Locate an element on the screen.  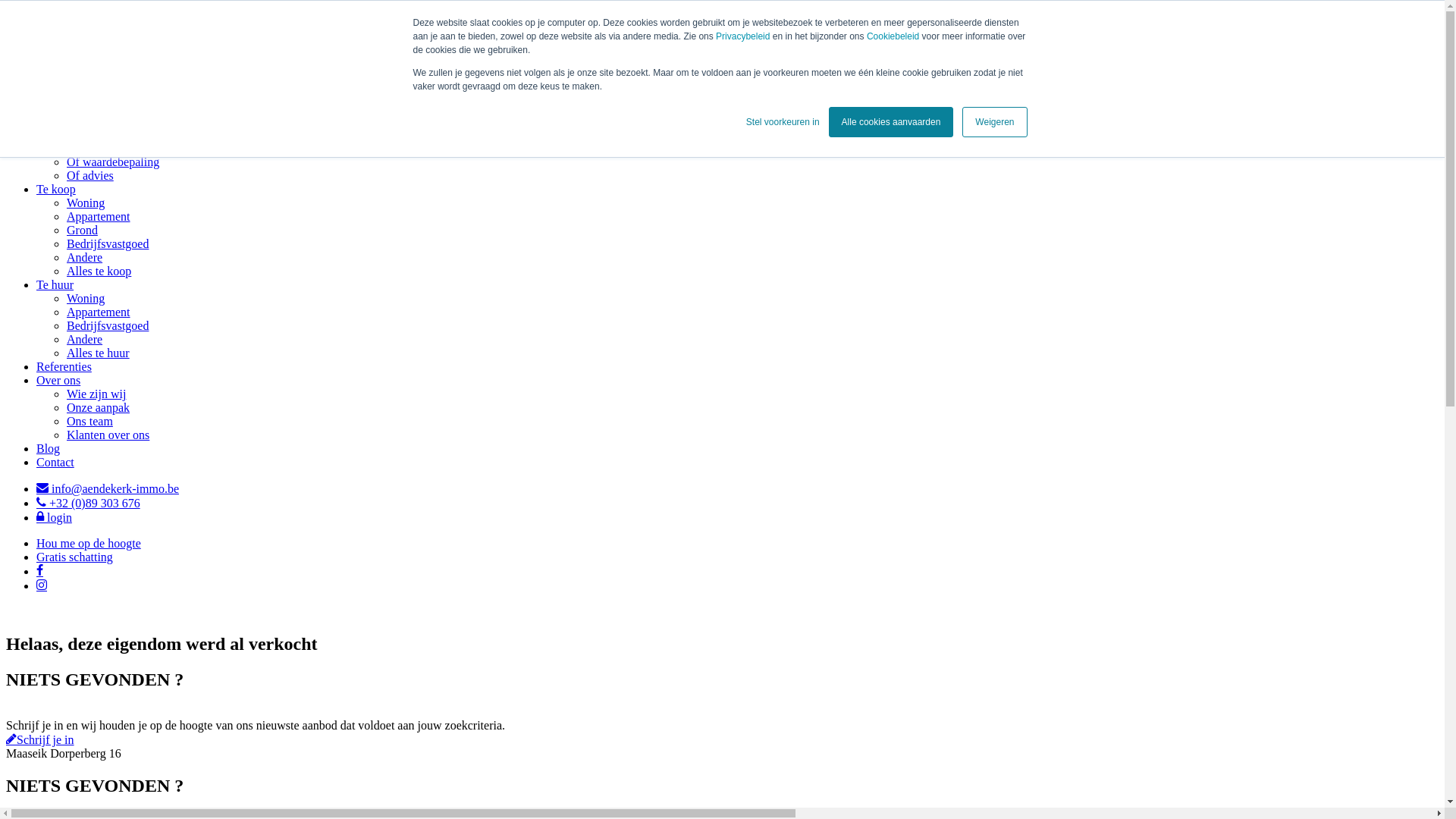
'Te huur' is located at coordinates (55, 284).